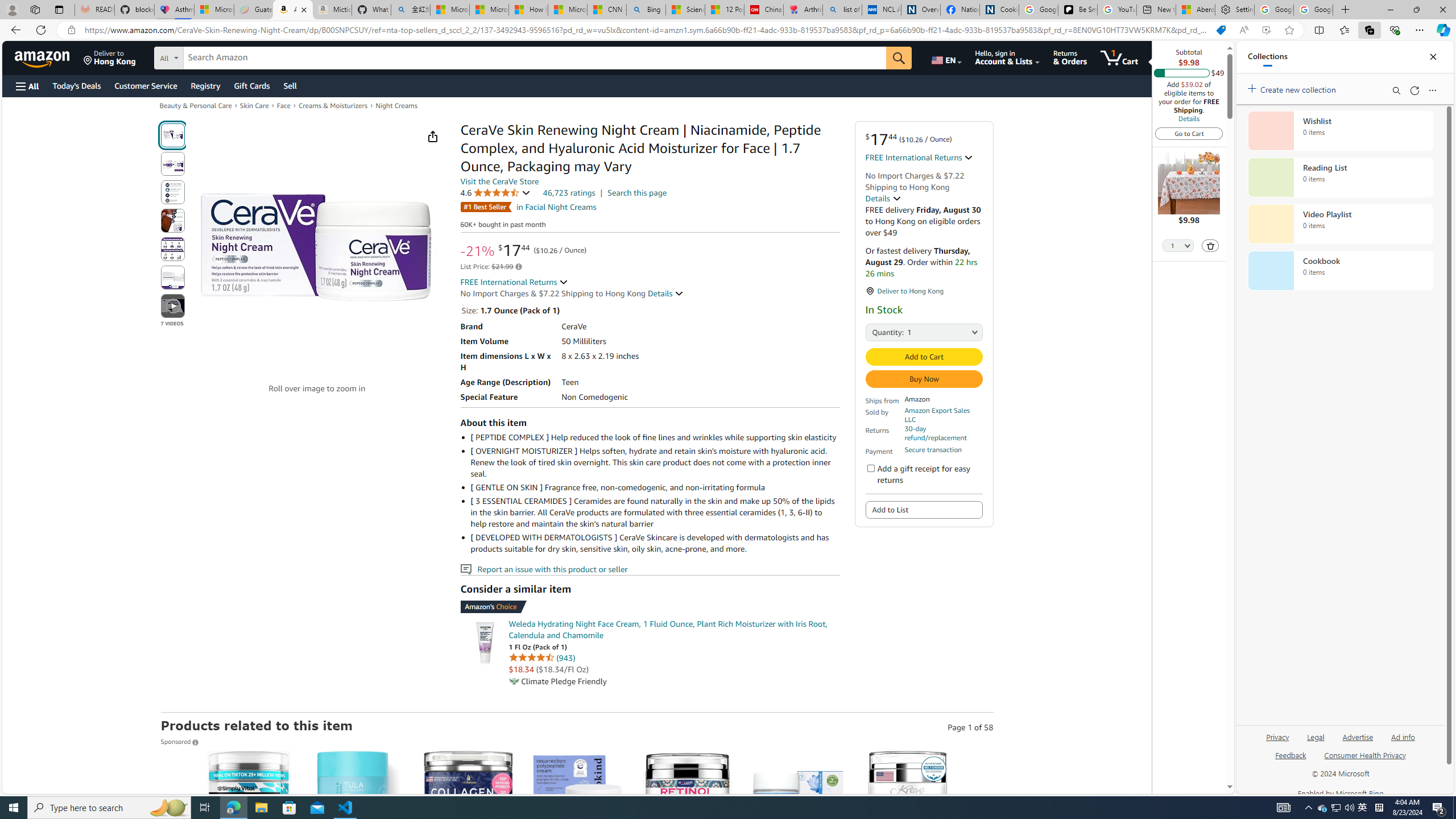  What do you see at coordinates (519, 266) in the screenshot?
I see `'Learn more about Amazon pricing and savings'` at bounding box center [519, 266].